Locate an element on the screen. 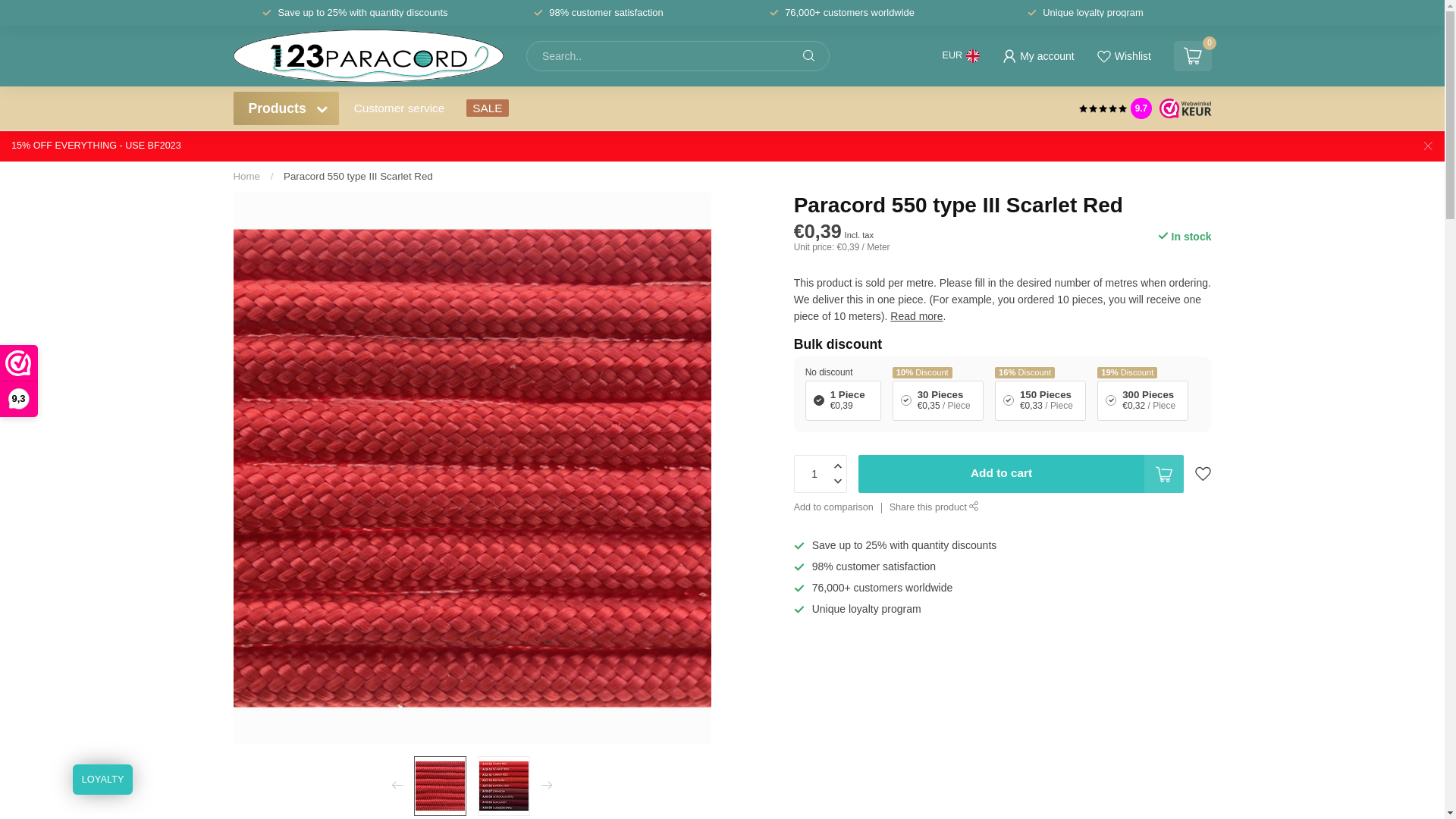 The image size is (1456, 819). 'Add to cart' is located at coordinates (1021, 472).